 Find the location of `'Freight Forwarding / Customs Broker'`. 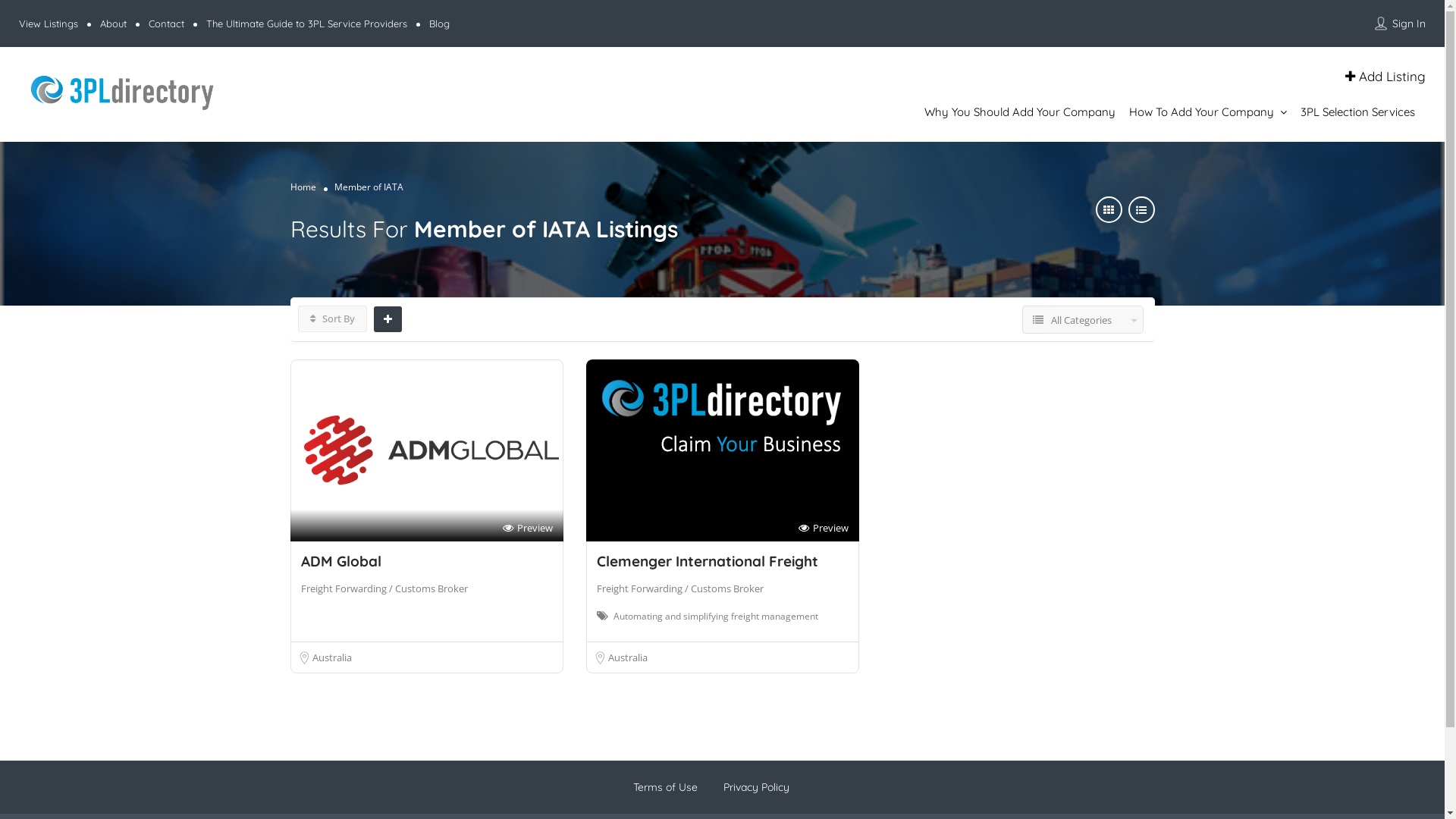

'Freight Forwarding / Customs Broker' is located at coordinates (300, 587).